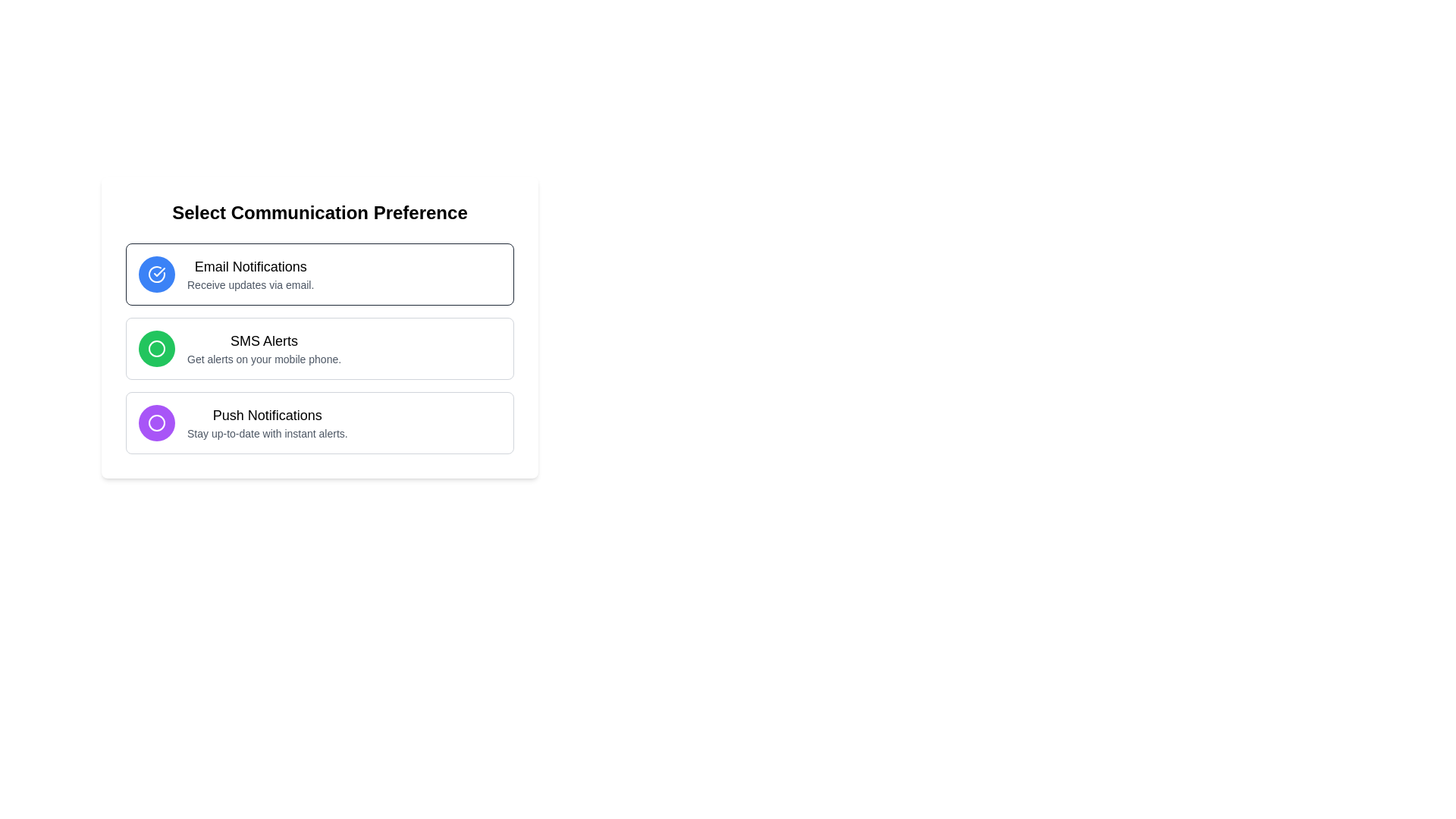 This screenshot has height=819, width=1456. What do you see at coordinates (159, 271) in the screenshot?
I see `the blue checkmark icon within the 'Email Notifications' option, which indicates selection or confirmation` at bounding box center [159, 271].